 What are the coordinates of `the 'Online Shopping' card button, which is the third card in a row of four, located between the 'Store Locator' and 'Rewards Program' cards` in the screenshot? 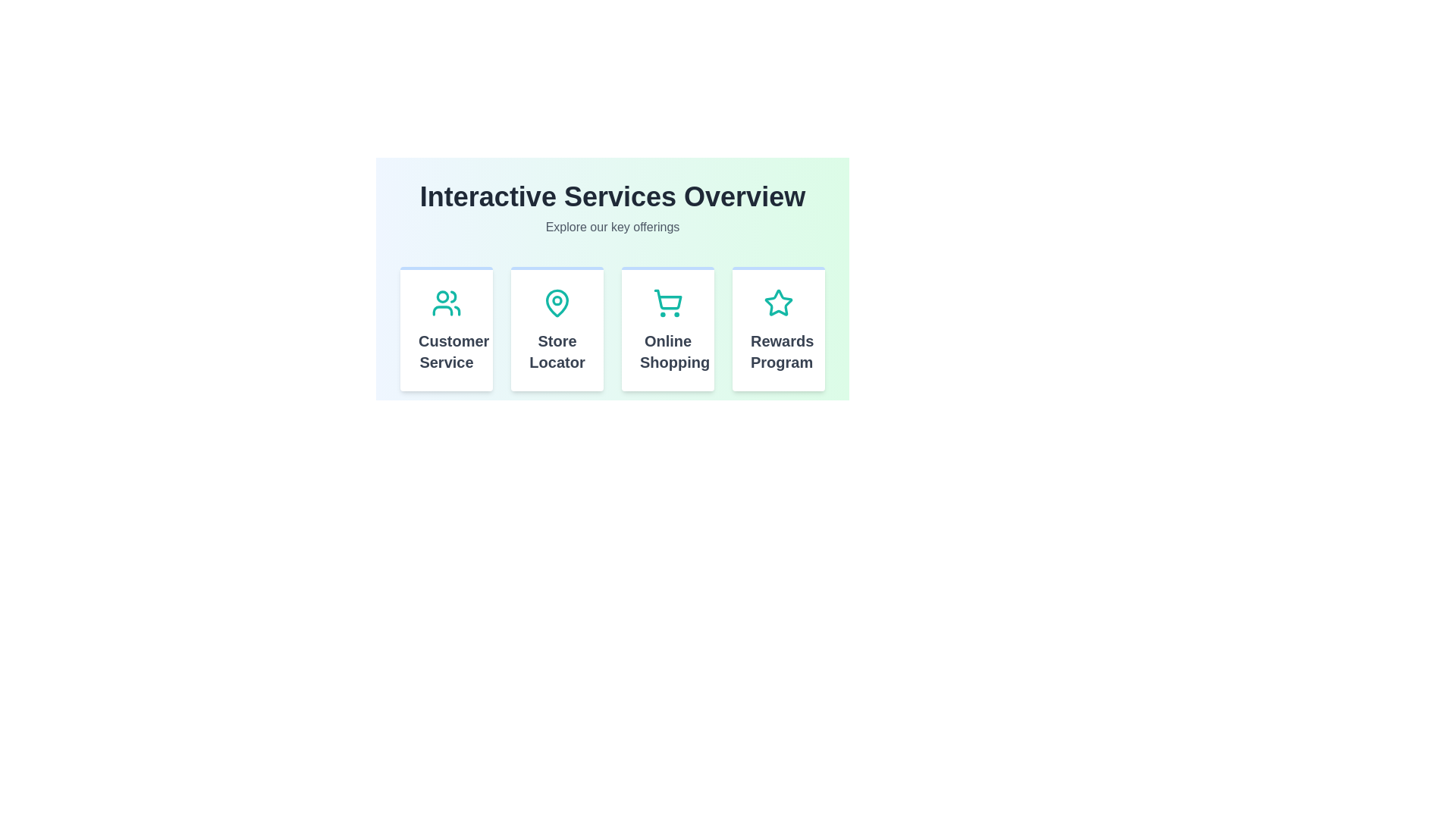 It's located at (667, 328).